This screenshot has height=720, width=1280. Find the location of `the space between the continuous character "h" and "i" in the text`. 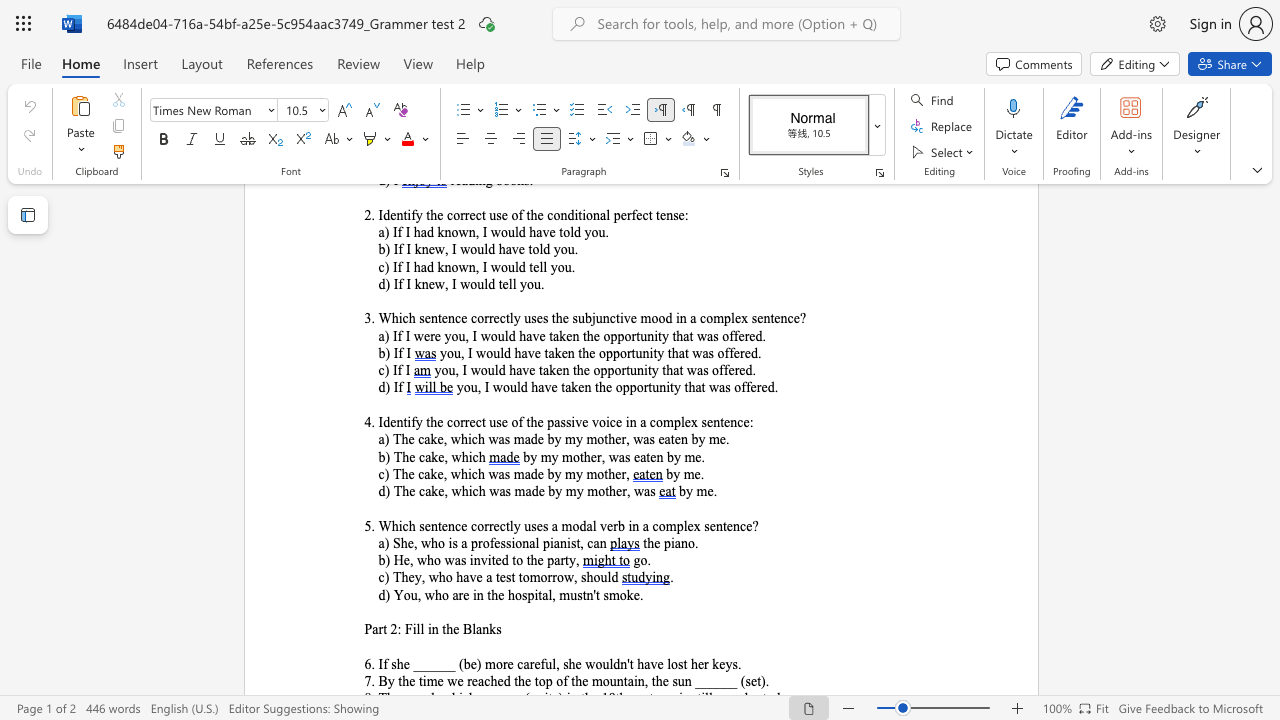

the space between the continuous character "h" and "i" in the text is located at coordinates (397, 525).